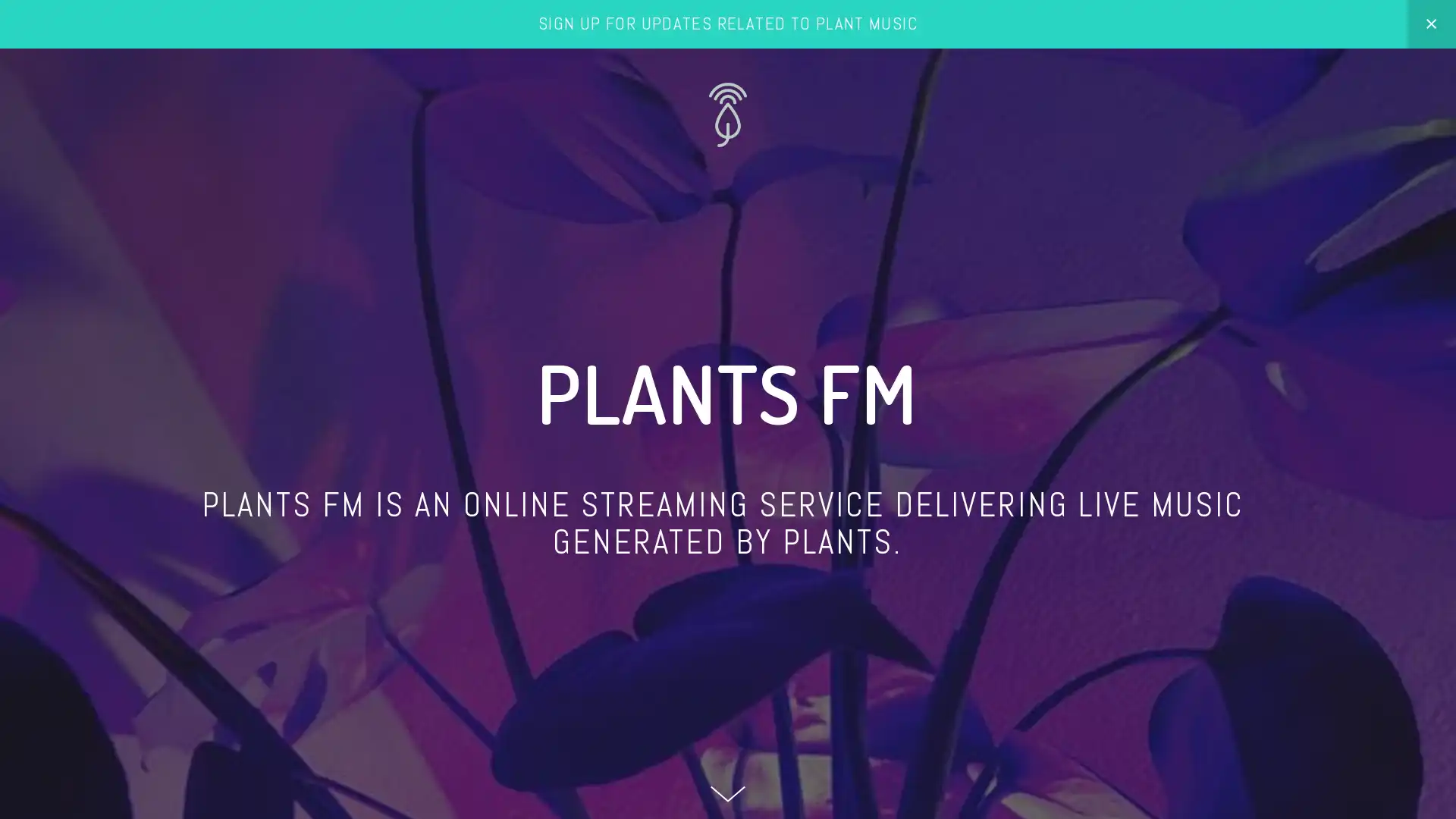 The image size is (1456, 819). I want to click on SIGN UP, so click(1283, 660).